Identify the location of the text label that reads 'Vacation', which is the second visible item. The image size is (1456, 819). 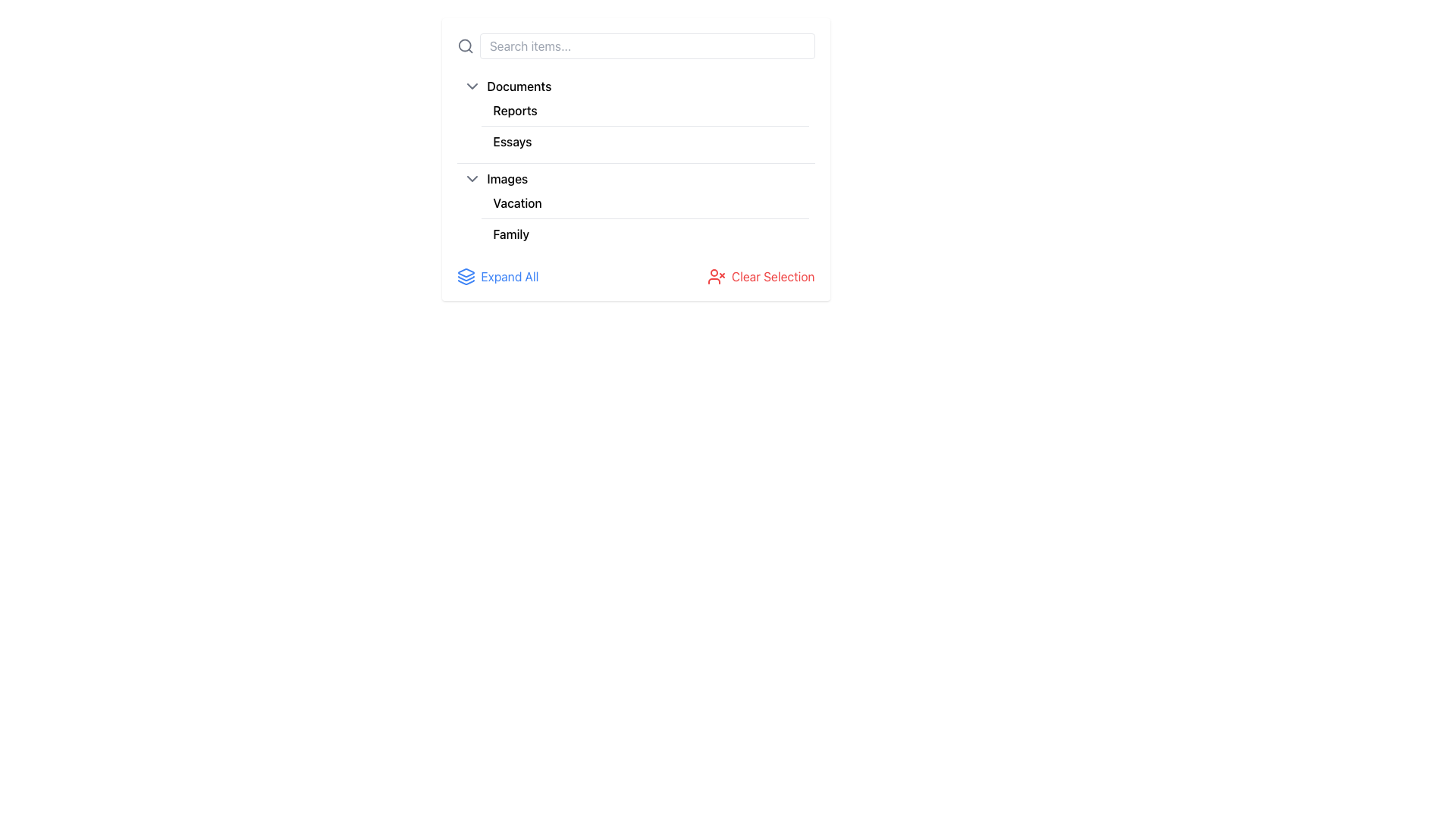
(517, 202).